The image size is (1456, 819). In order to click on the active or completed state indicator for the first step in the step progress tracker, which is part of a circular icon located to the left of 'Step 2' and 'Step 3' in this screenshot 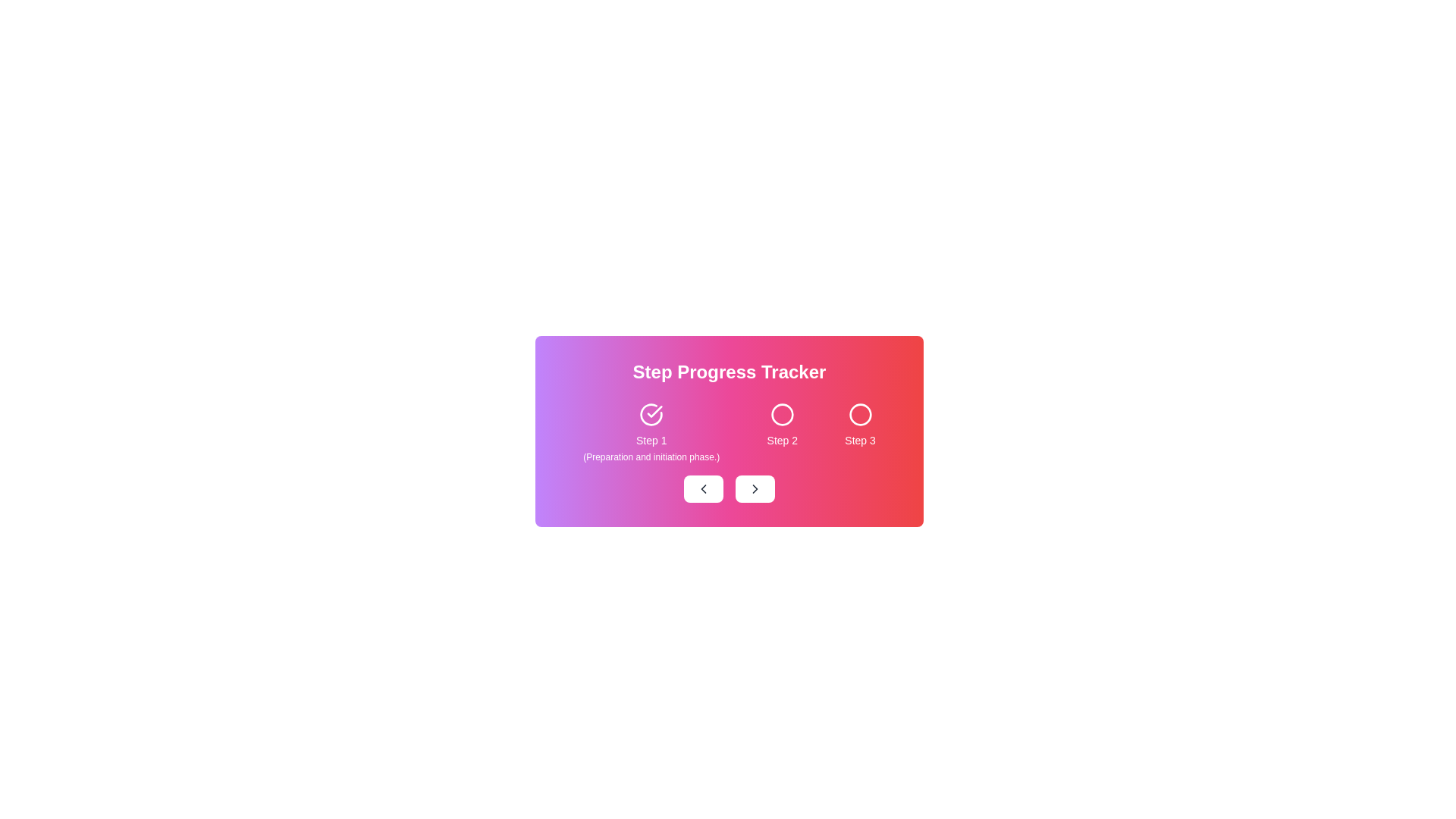, I will do `click(651, 415)`.